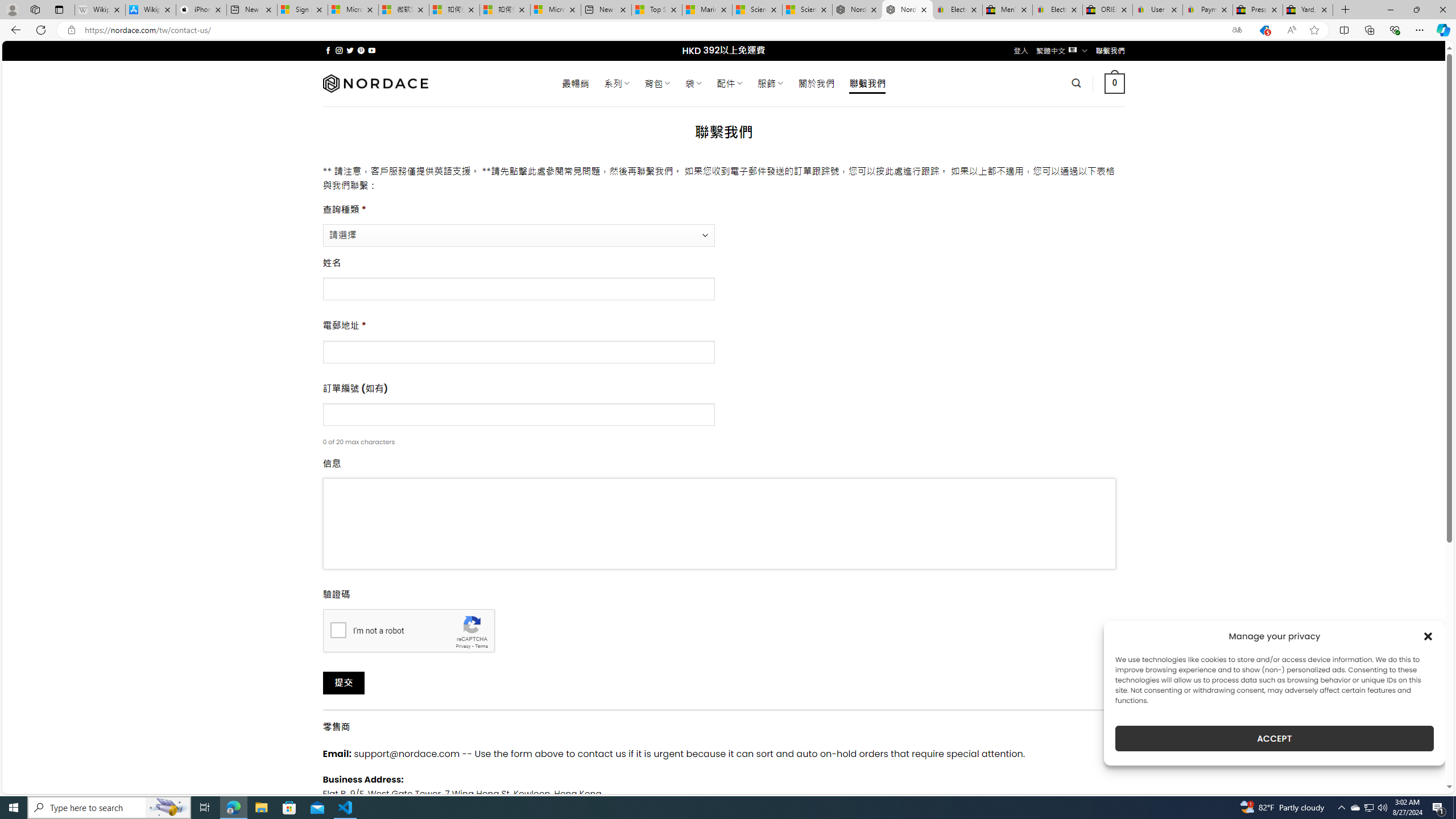  Describe the element at coordinates (1308, 9) in the screenshot. I see `'Yard, Garden & Outdoor Living'` at that location.